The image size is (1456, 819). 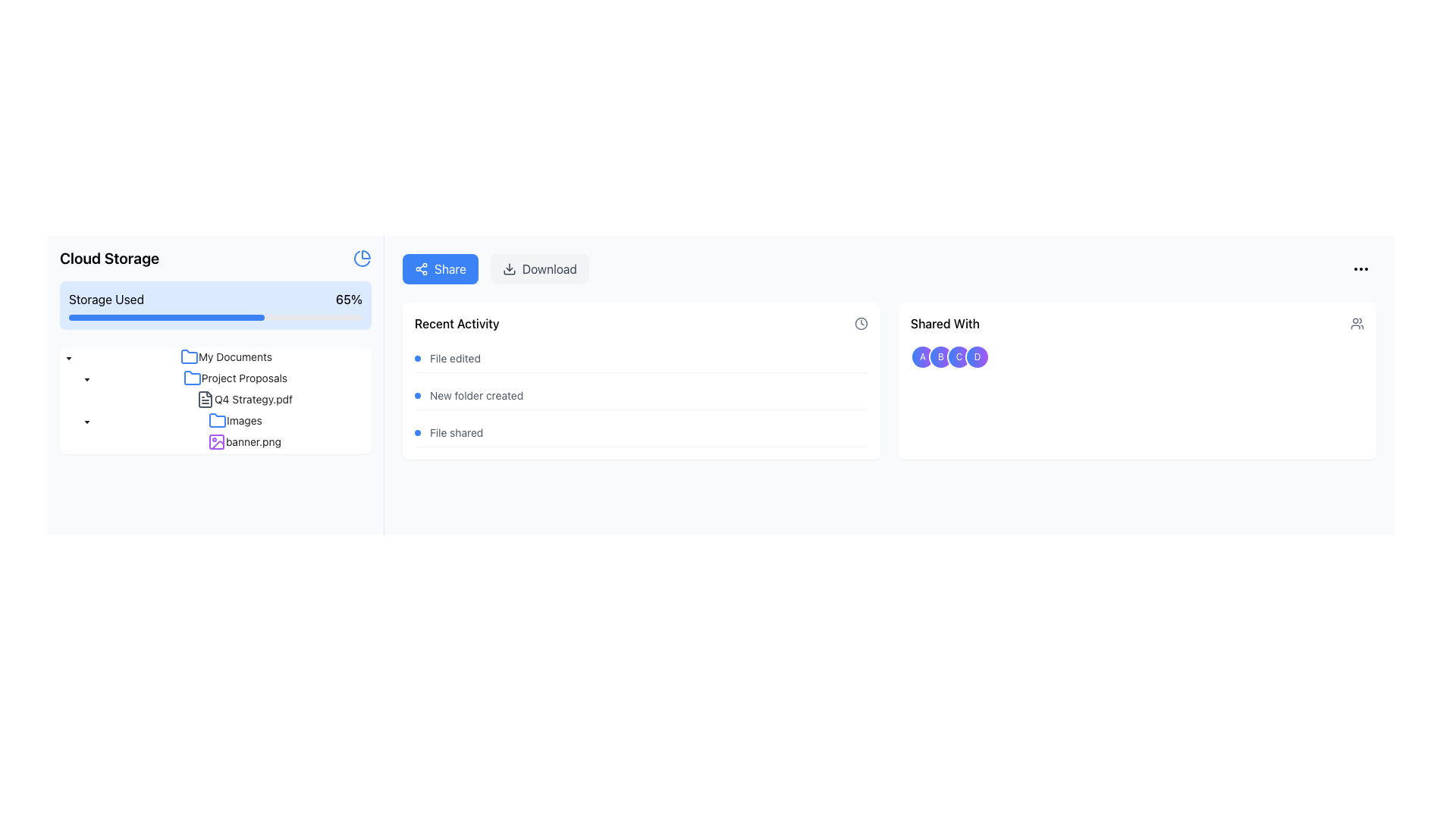 What do you see at coordinates (253, 441) in the screenshot?
I see `the file name label located under the 'Images' folder in the file tree of the 'Cloud Storage' section` at bounding box center [253, 441].